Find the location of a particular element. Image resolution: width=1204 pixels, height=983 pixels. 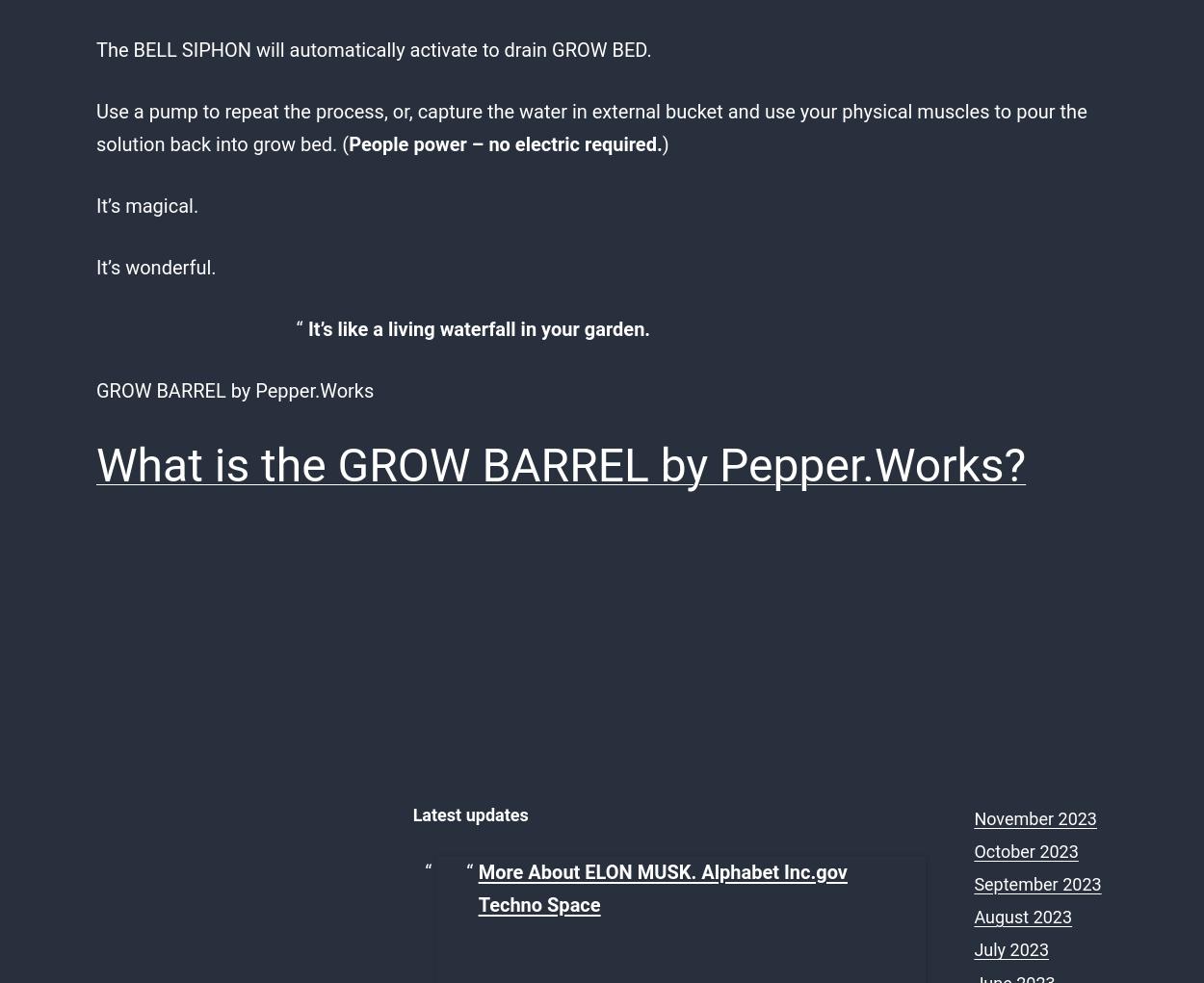

'September 2023' is located at coordinates (1036, 884).